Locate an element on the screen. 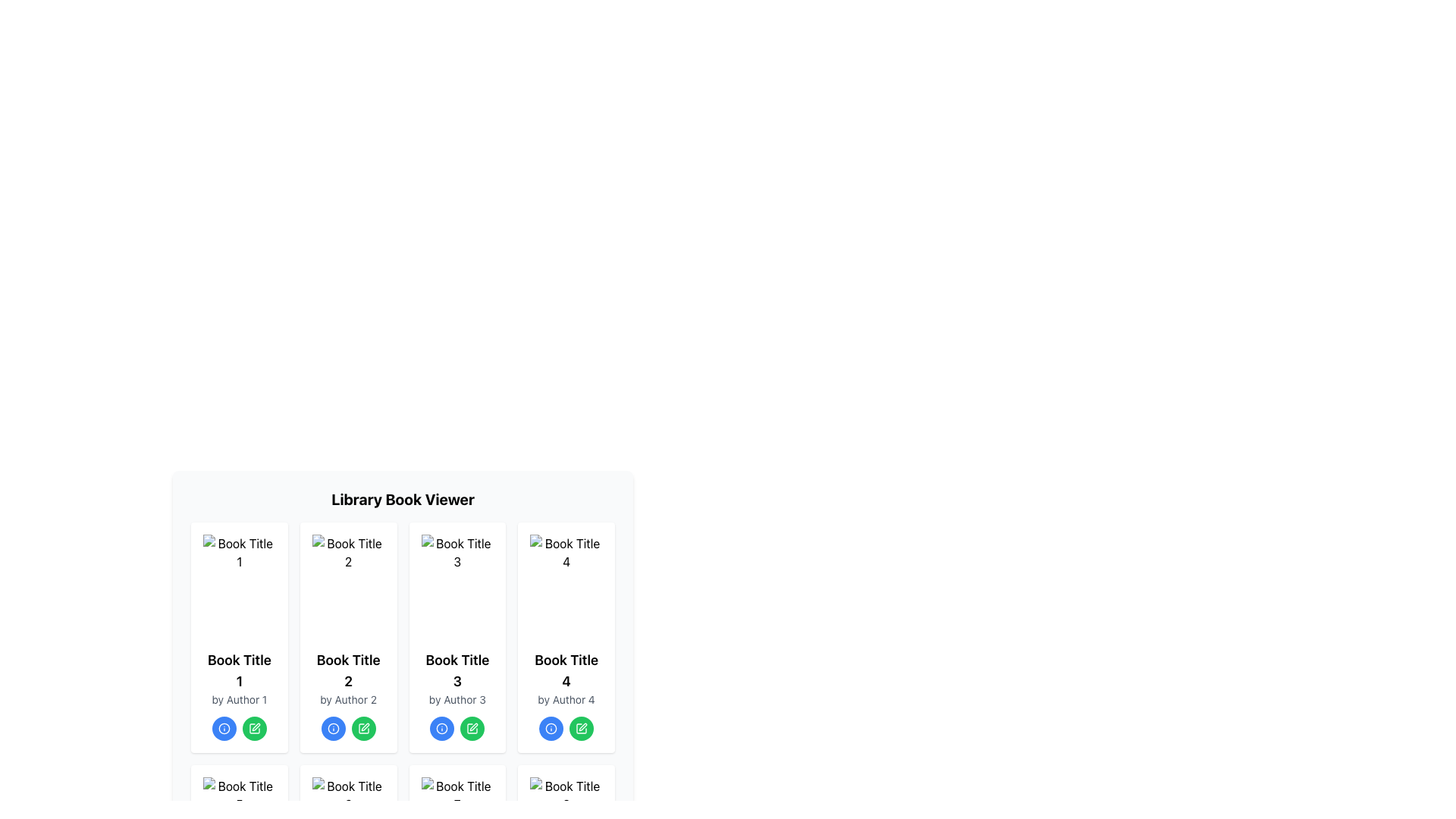 The width and height of the screenshot is (1456, 819). the inner circle graphic of the icon associated with 'Book Title 2' located centrally at the bottom of the book card is located at coordinates (223, 727).